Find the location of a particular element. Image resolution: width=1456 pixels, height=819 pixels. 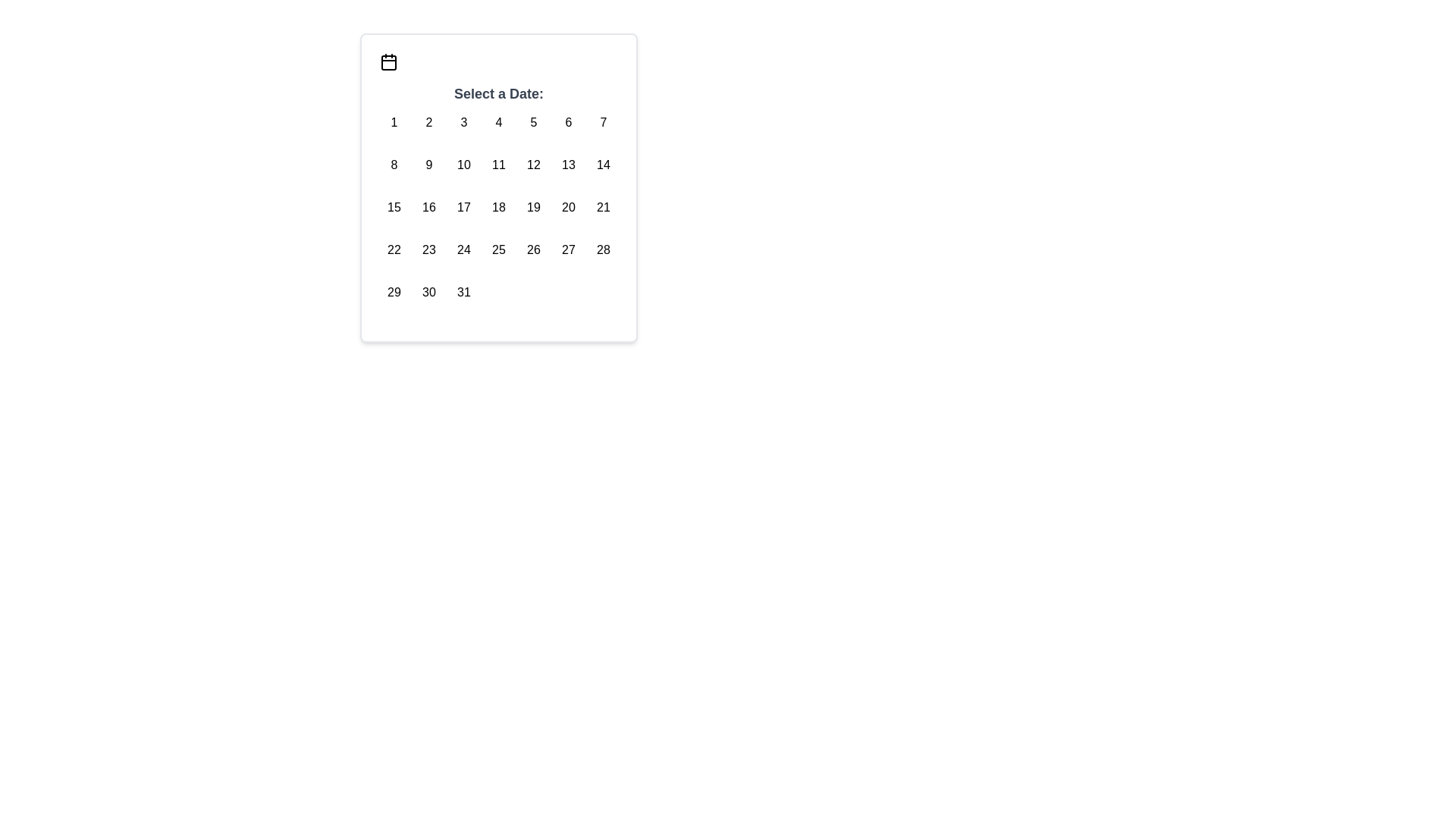

the number in the grid of interactive buttons is located at coordinates (498, 202).